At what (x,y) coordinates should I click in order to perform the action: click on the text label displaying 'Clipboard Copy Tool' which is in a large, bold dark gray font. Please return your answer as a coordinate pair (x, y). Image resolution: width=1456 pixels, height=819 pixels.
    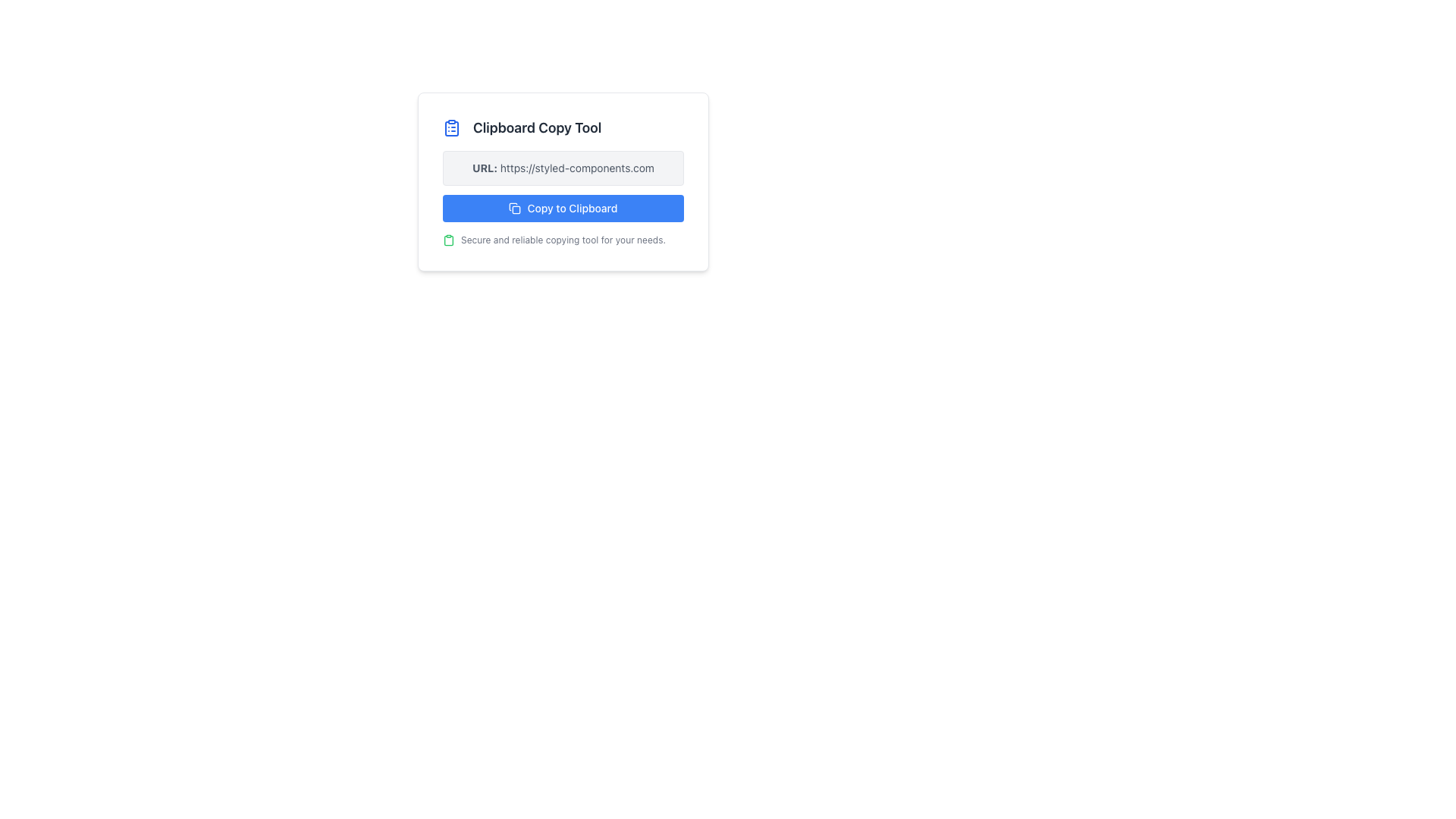
    Looking at the image, I should click on (537, 127).